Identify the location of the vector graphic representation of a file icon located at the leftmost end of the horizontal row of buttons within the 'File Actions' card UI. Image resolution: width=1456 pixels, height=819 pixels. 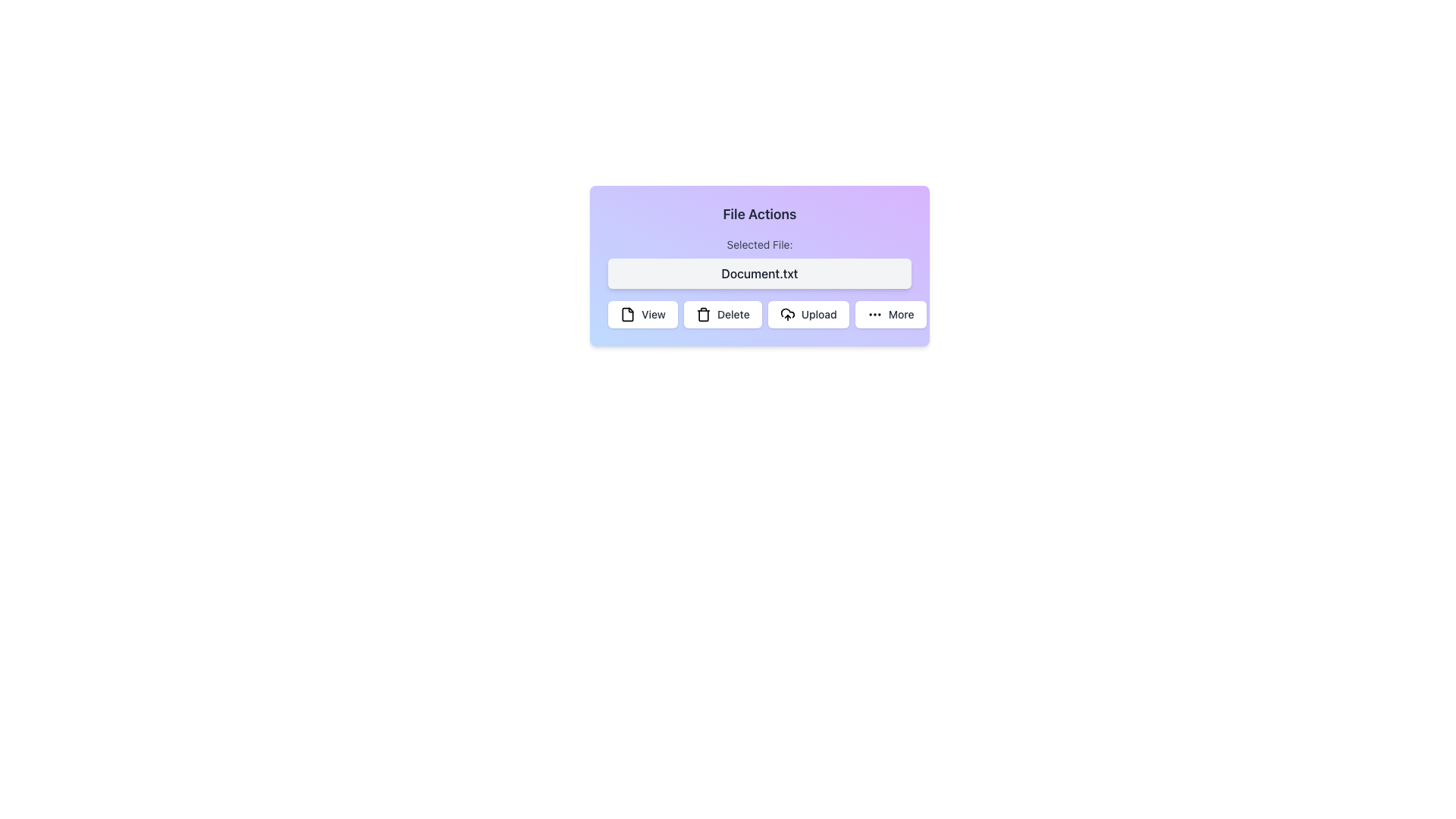
(628, 314).